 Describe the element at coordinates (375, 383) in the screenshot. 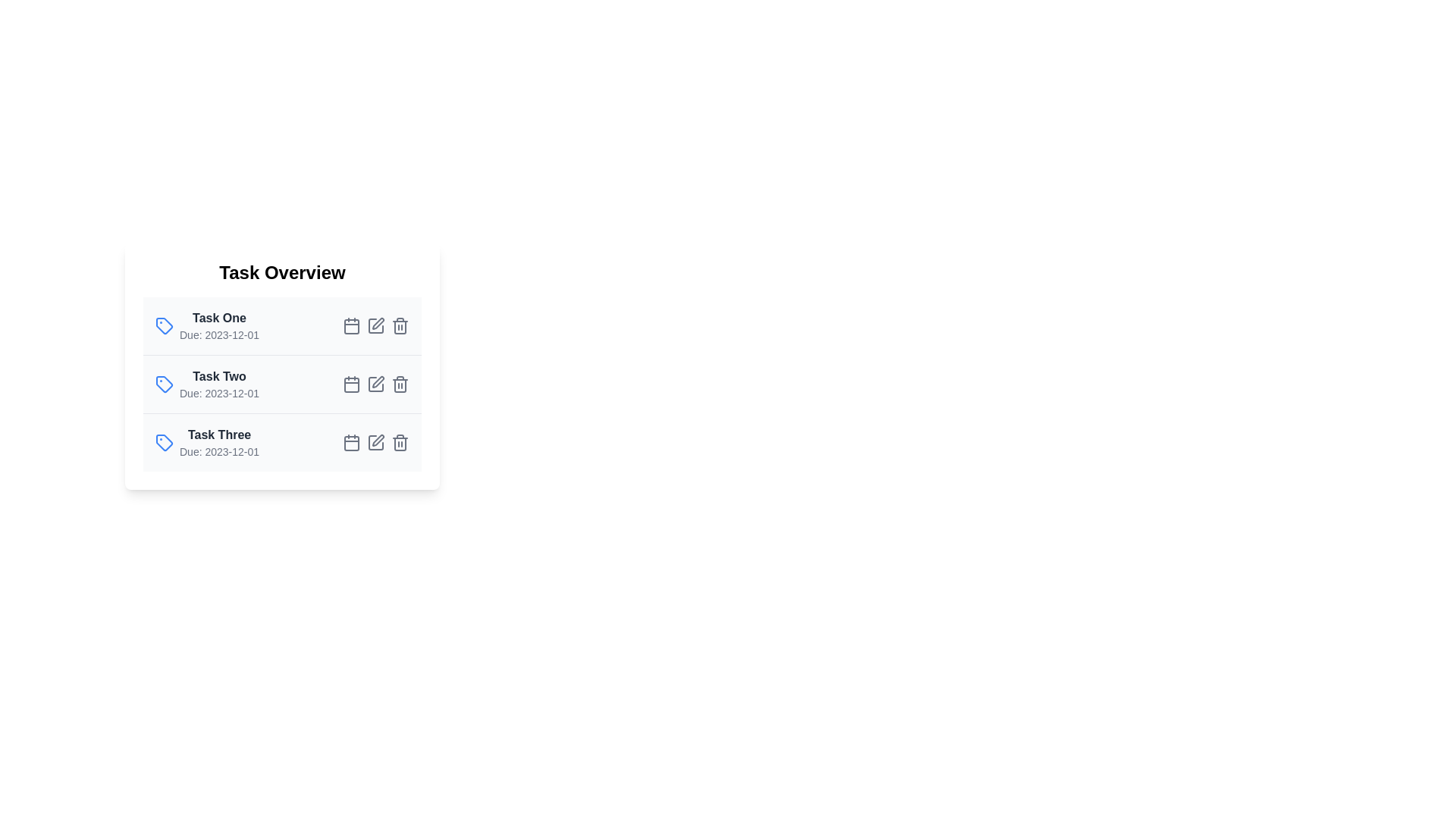

I see `the edit button represented by a pencil icon, which is located in the second row of the task list, centrally positioned between the calendar icon on the left and the trash icon on the right` at that location.